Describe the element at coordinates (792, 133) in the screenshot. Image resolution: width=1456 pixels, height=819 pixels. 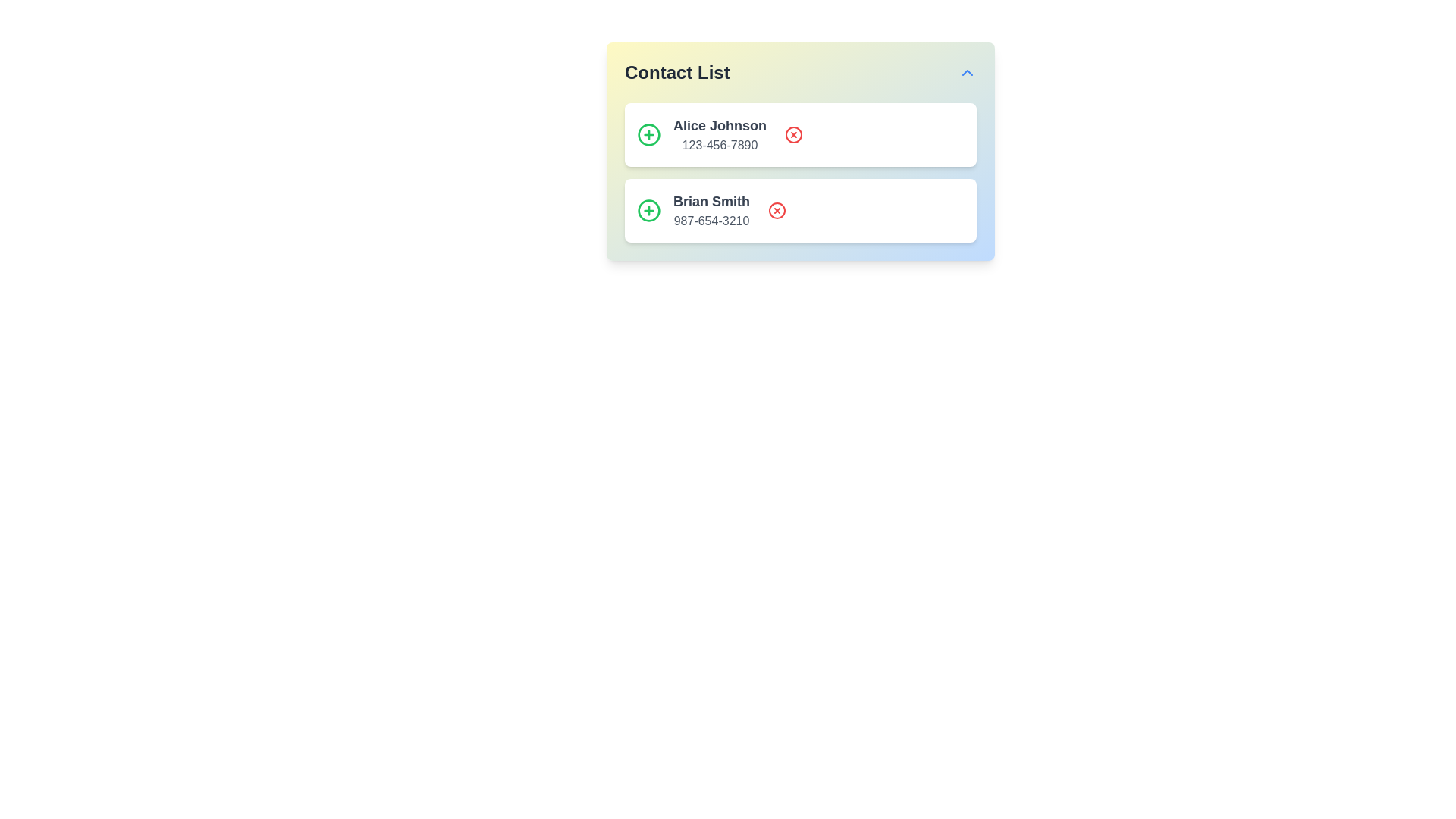
I see `the IconButton located in the top-right corner of Alice Johnson's card` at that location.